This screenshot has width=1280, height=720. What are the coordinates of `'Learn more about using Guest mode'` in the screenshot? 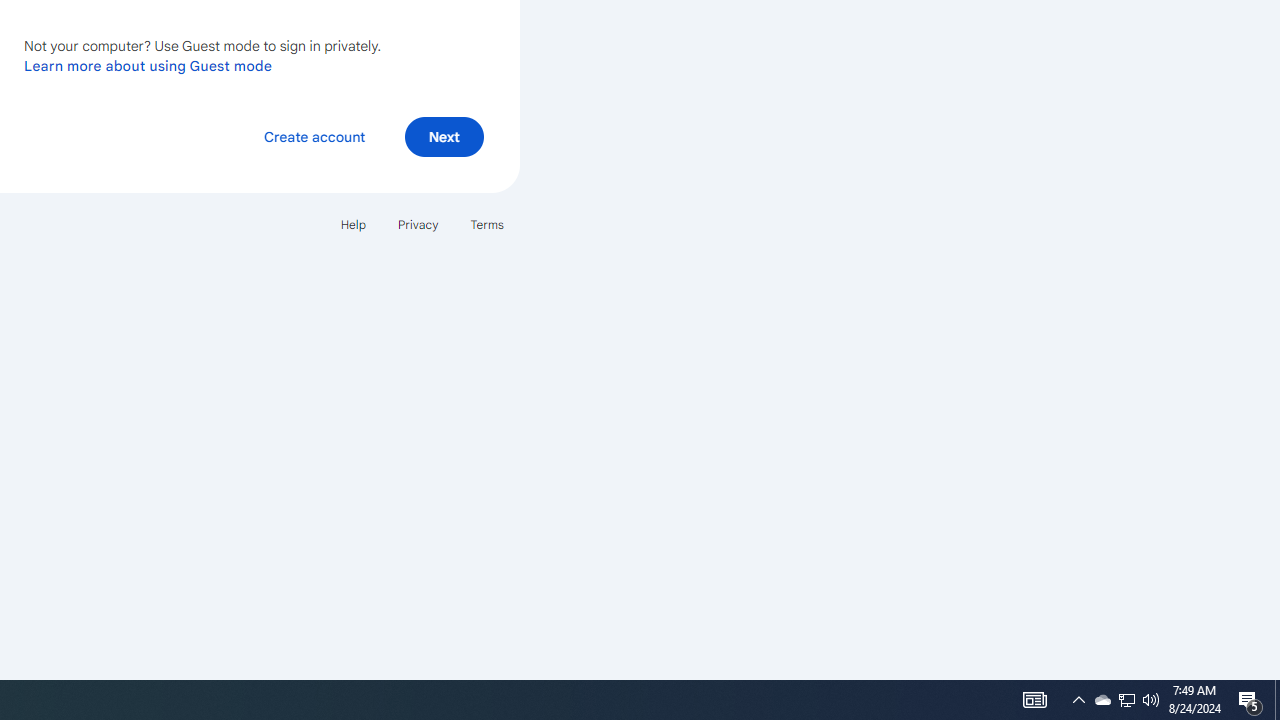 It's located at (147, 64).